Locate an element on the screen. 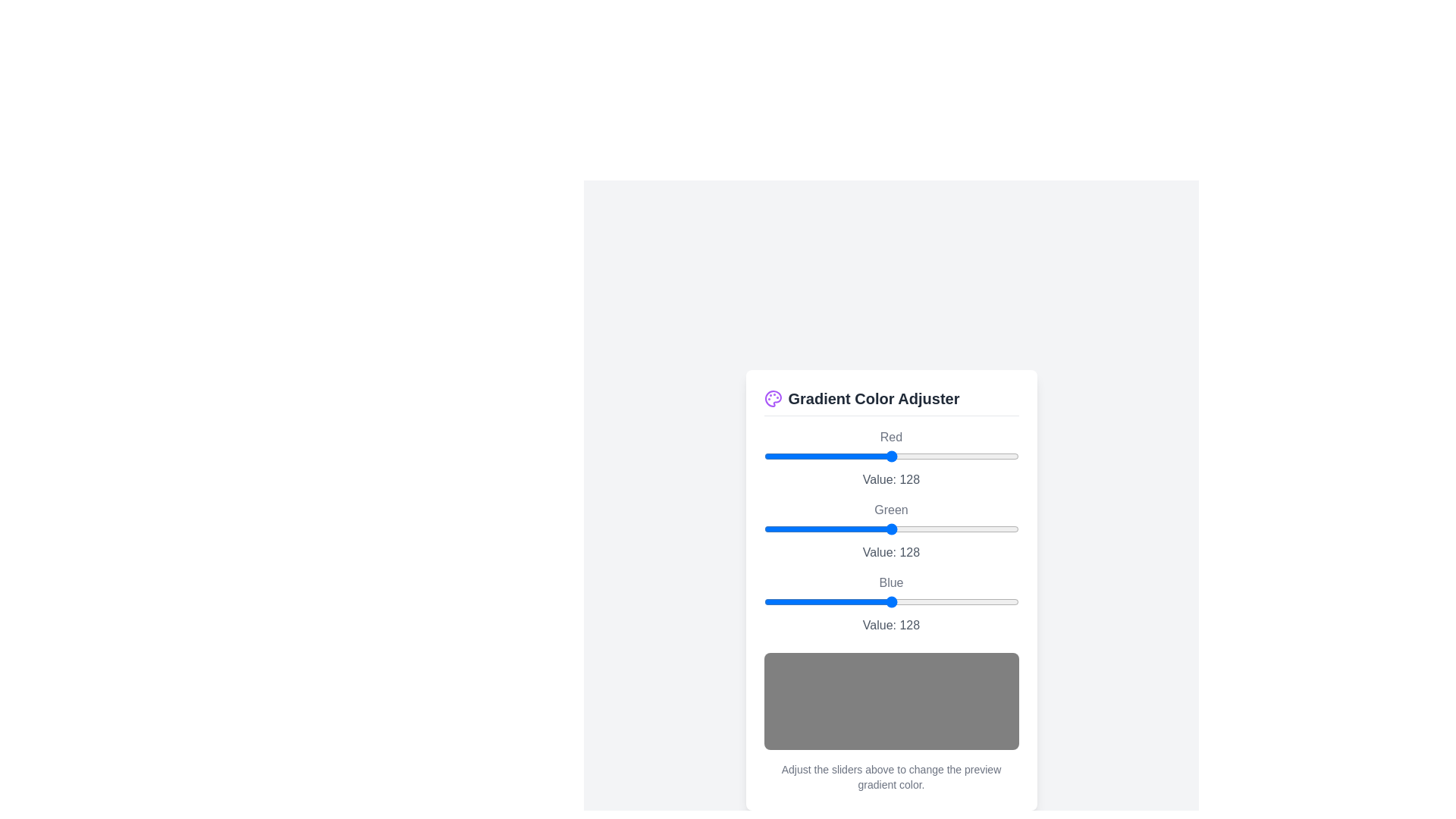 This screenshot has width=1456, height=819. the blue slider to set its value to 137 is located at coordinates (901, 601).